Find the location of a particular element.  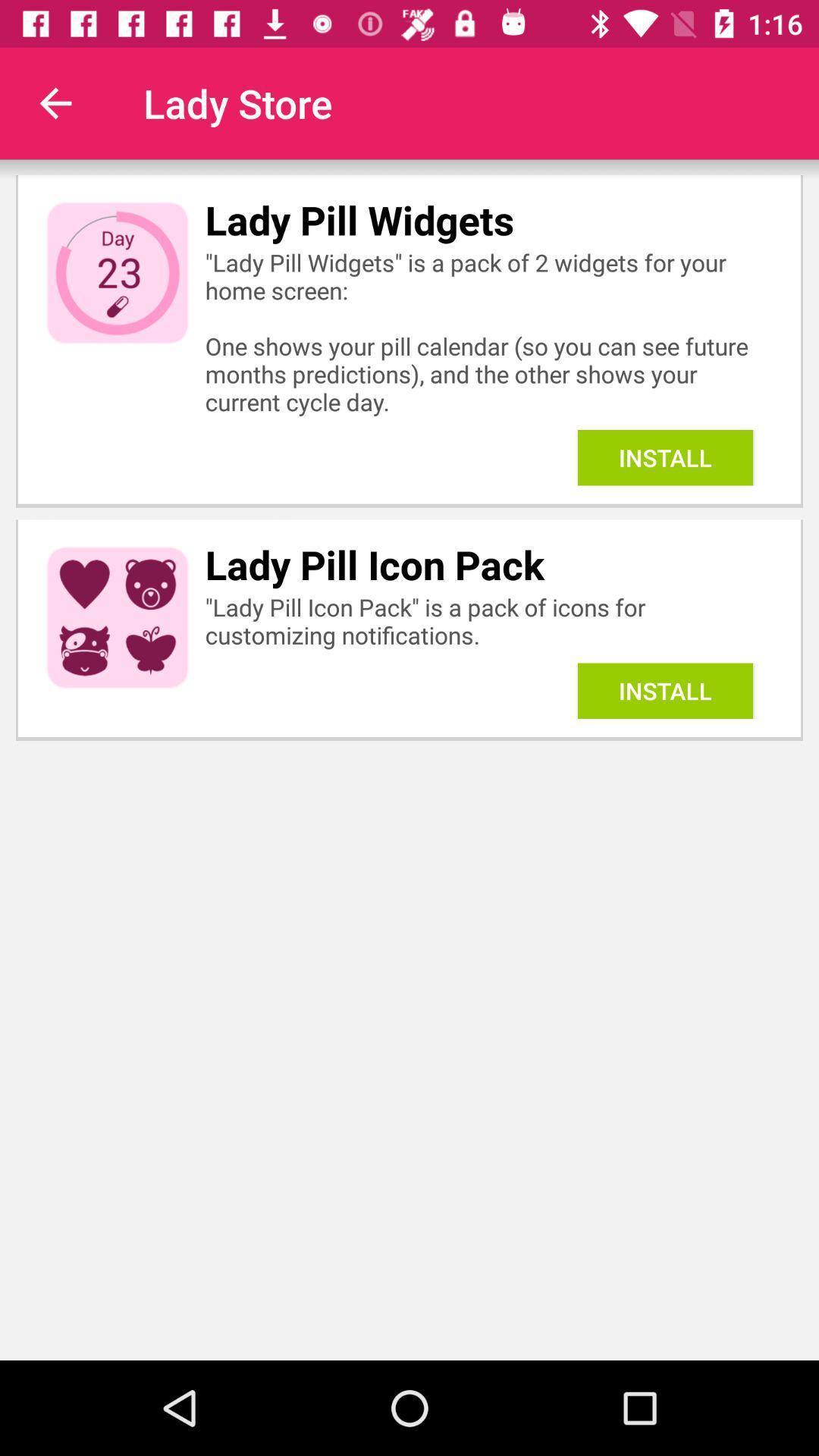

item to the left of lady store is located at coordinates (55, 102).